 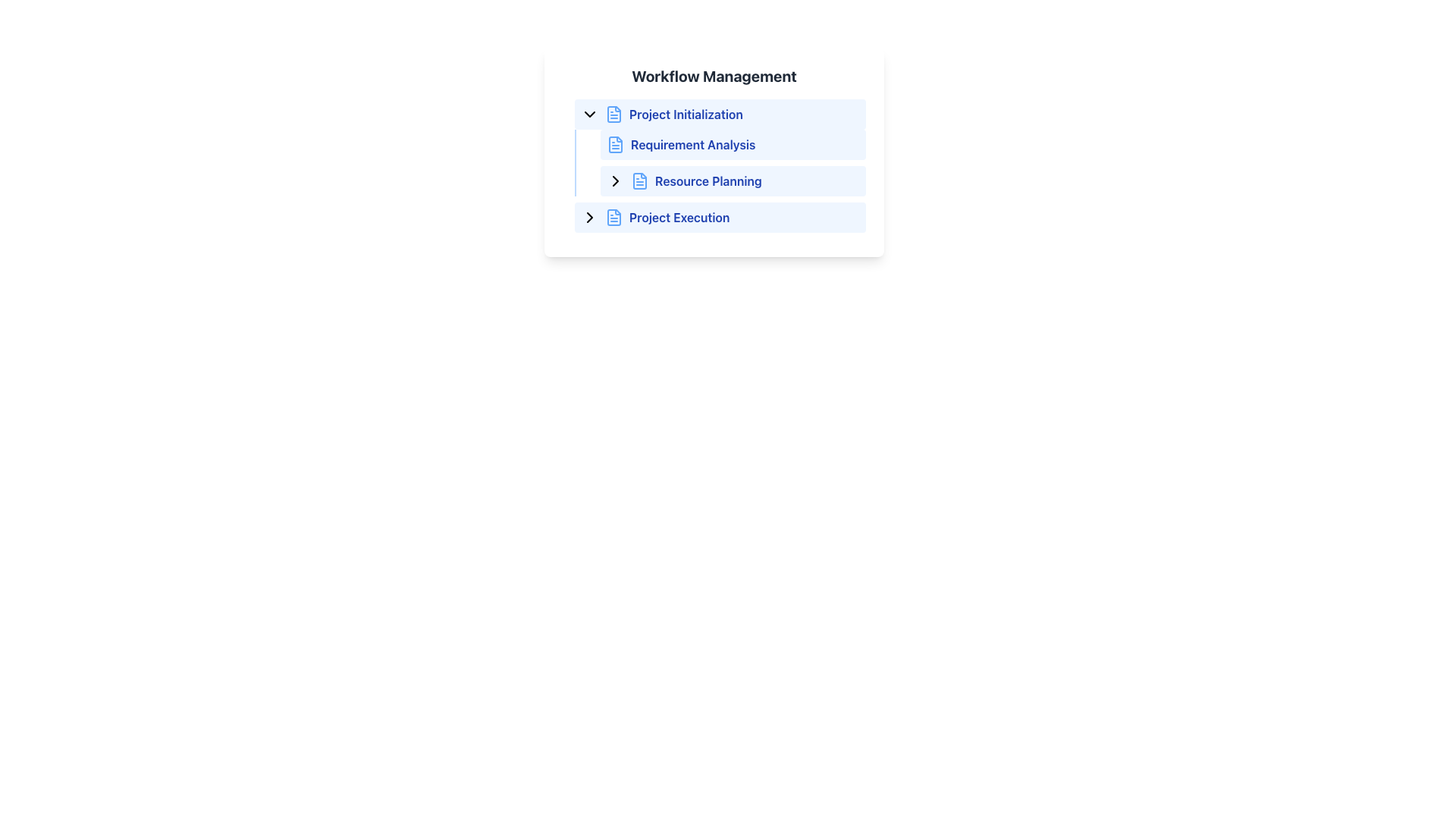 I want to click on the second chevron icon positioned near the leftmost side of the 'Project Execution' list item, so click(x=588, y=217).